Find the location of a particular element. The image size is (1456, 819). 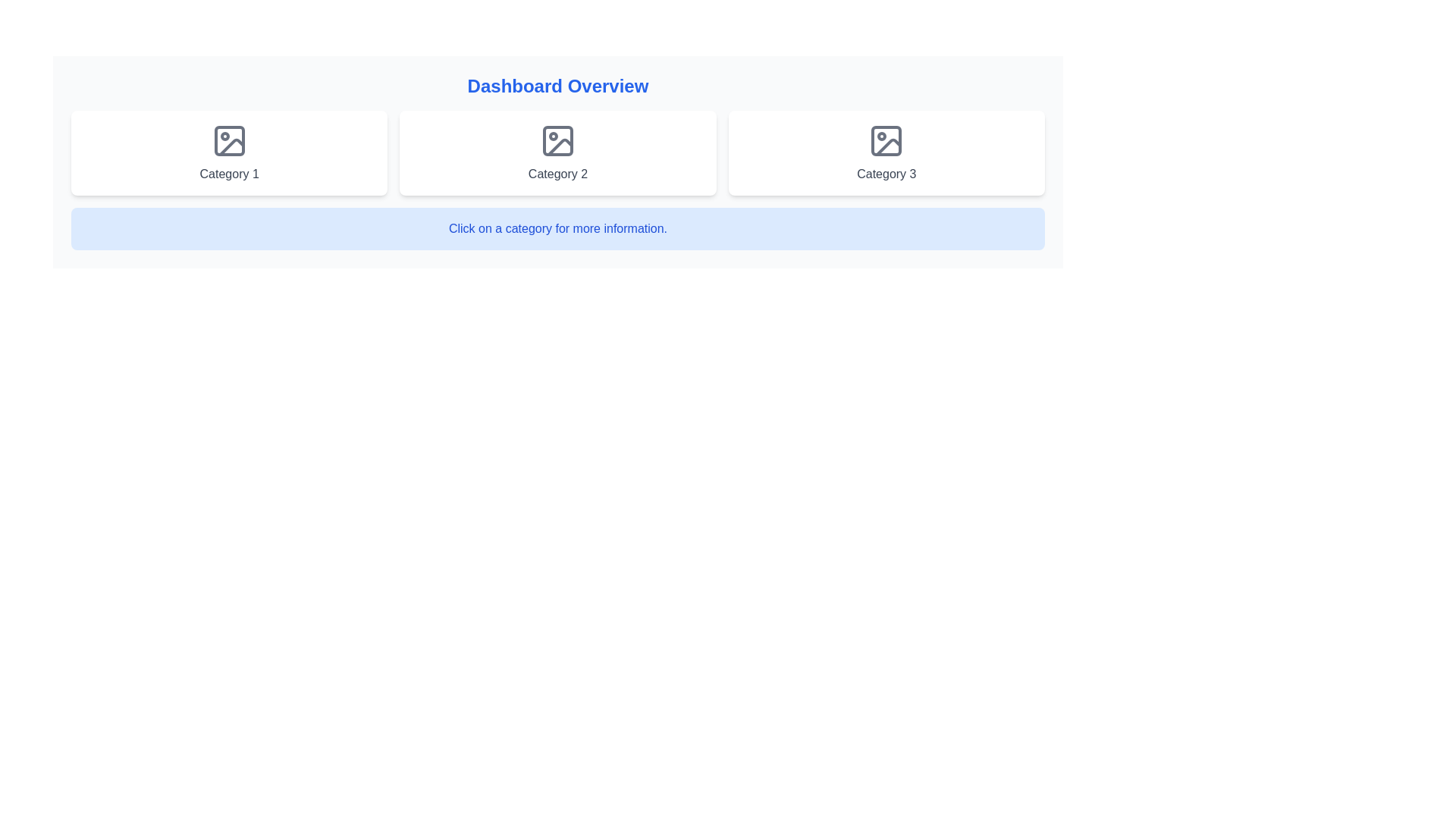

the text display element that shows 'Category 3', located inside a white box with rounded corners, positioned beneath an icon in the Dashboard Overview section is located at coordinates (886, 174).